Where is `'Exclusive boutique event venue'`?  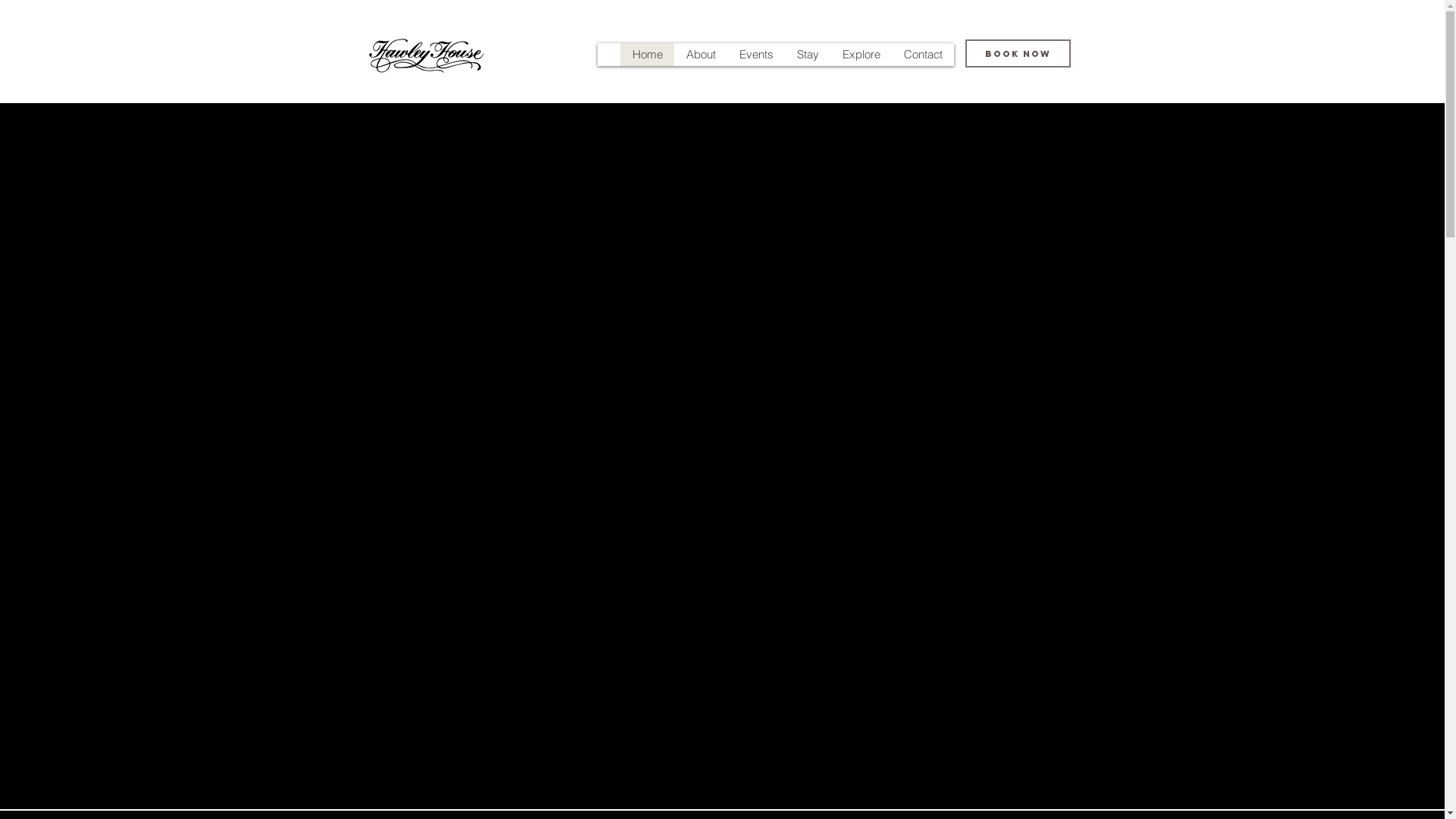
'Exclusive boutique event venue' is located at coordinates (425, 55).